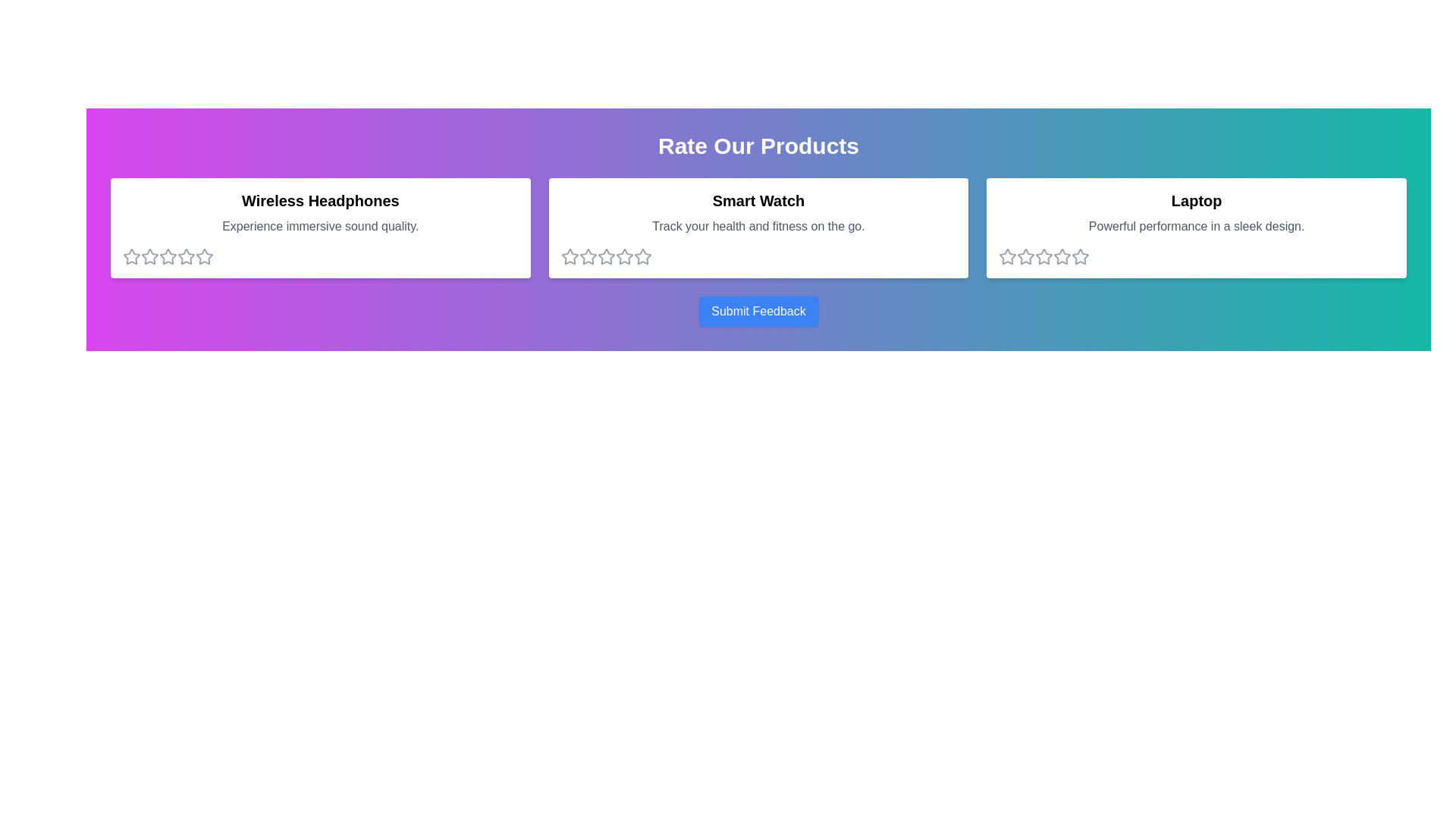 This screenshot has width=1456, height=819. What do you see at coordinates (1062, 256) in the screenshot?
I see `the 4 star for the product Laptop to set its rating` at bounding box center [1062, 256].